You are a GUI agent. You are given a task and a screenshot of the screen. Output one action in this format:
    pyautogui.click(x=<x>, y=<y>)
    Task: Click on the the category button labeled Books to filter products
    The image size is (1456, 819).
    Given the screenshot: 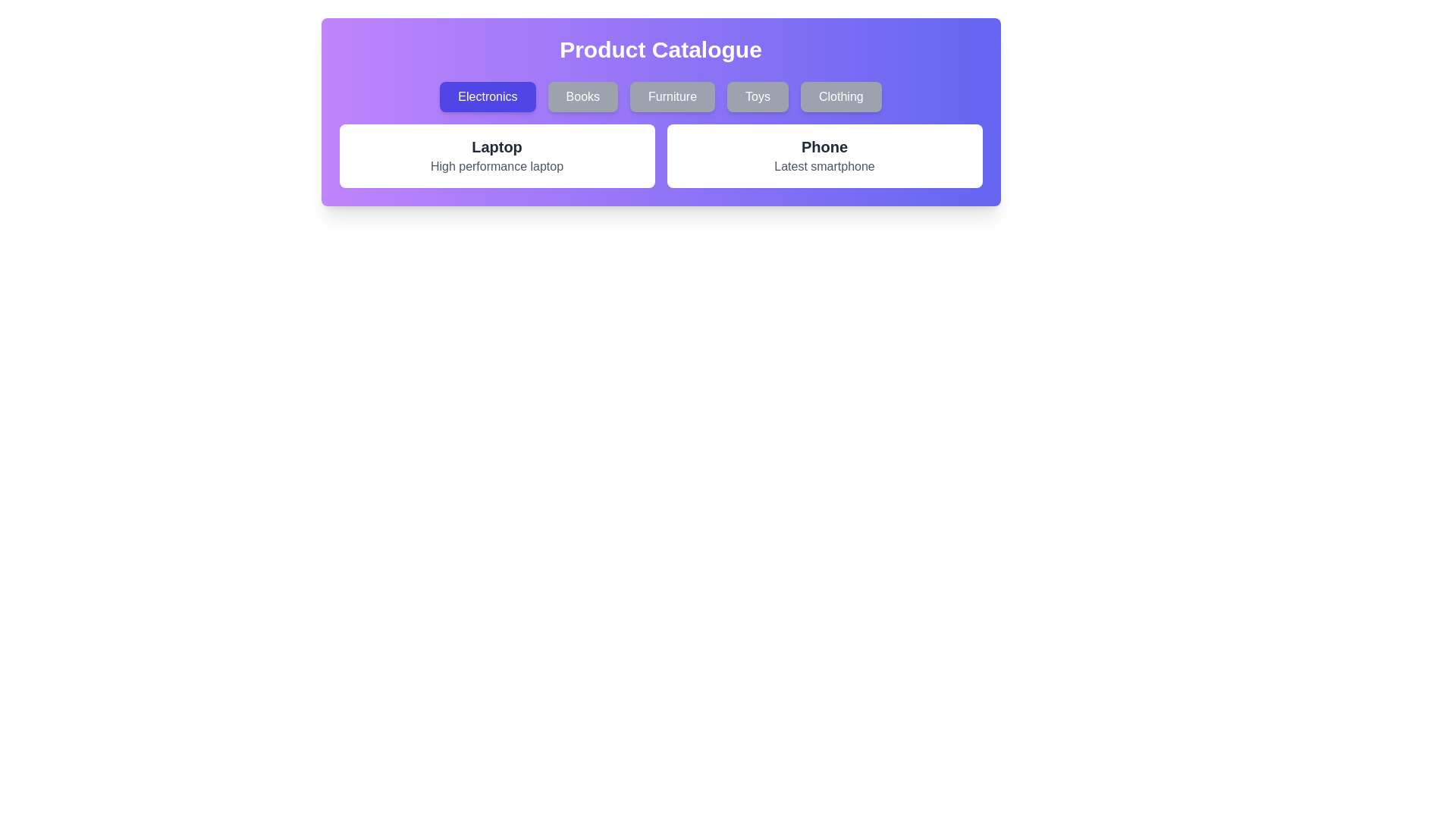 What is the action you would take?
    pyautogui.click(x=582, y=96)
    